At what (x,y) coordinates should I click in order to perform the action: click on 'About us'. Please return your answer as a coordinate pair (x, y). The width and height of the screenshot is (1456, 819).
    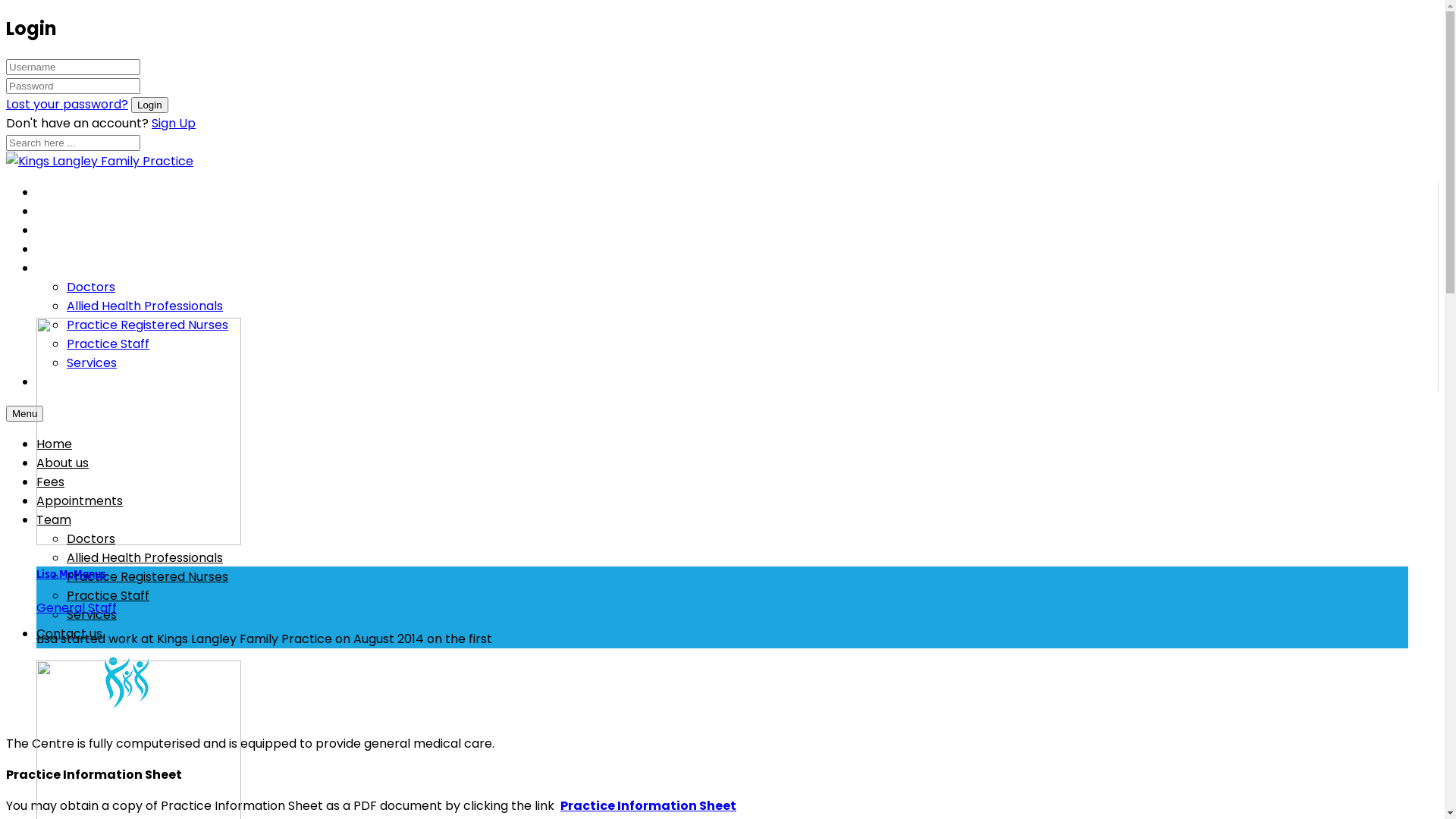
    Looking at the image, I should click on (61, 462).